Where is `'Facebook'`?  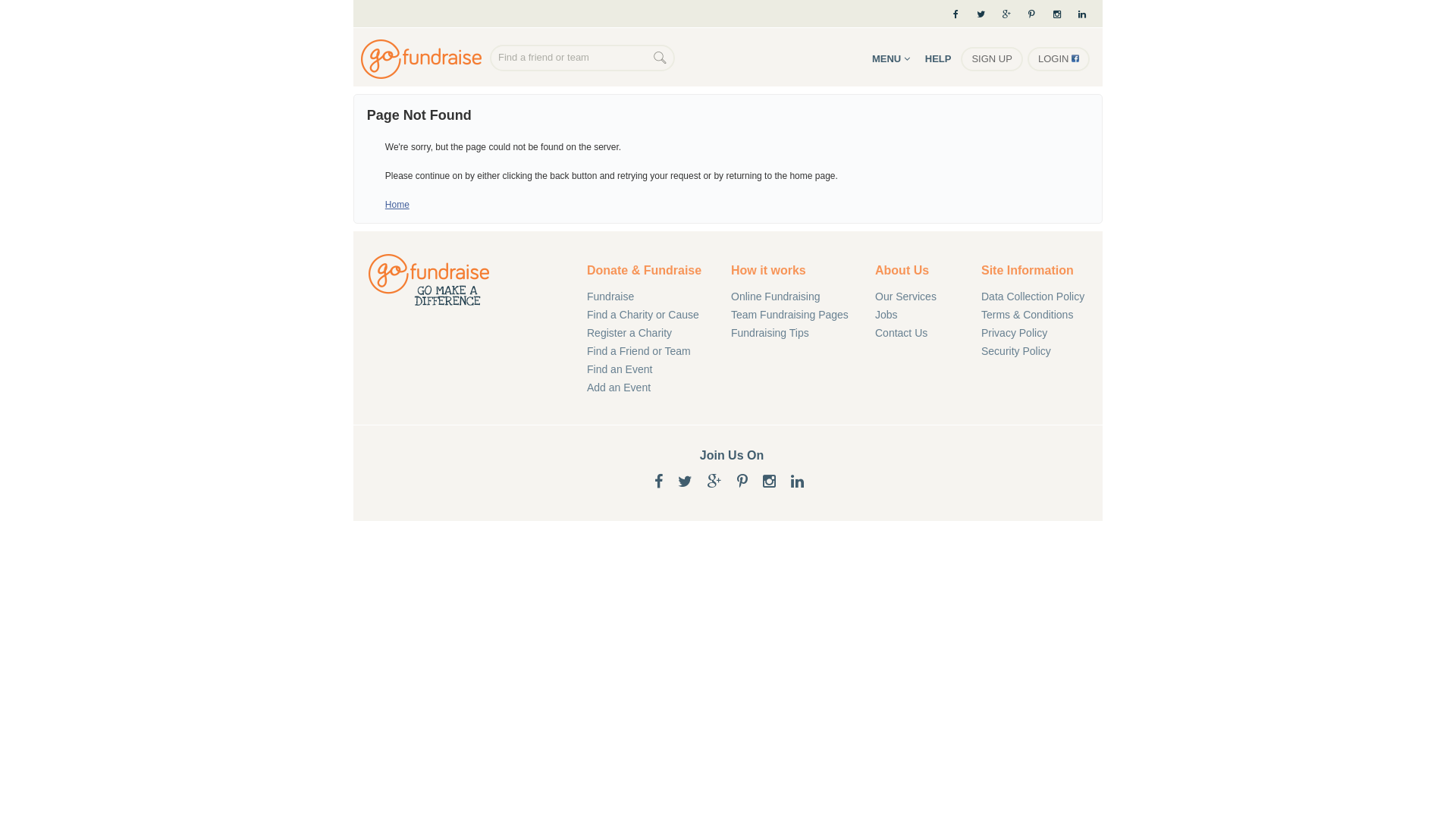
'Facebook' is located at coordinates (658, 482).